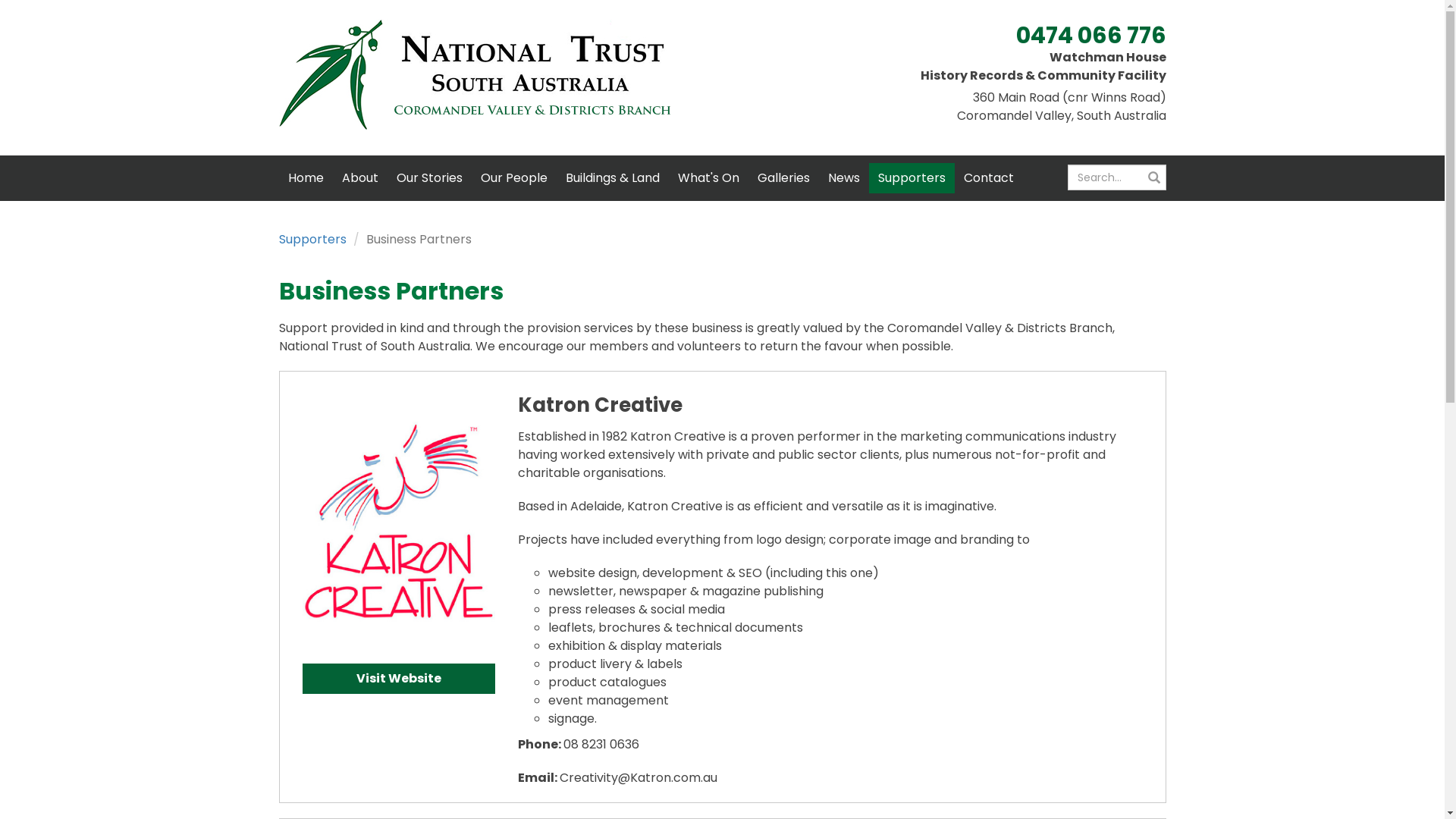  What do you see at coordinates (428, 177) in the screenshot?
I see `'Our Stories'` at bounding box center [428, 177].